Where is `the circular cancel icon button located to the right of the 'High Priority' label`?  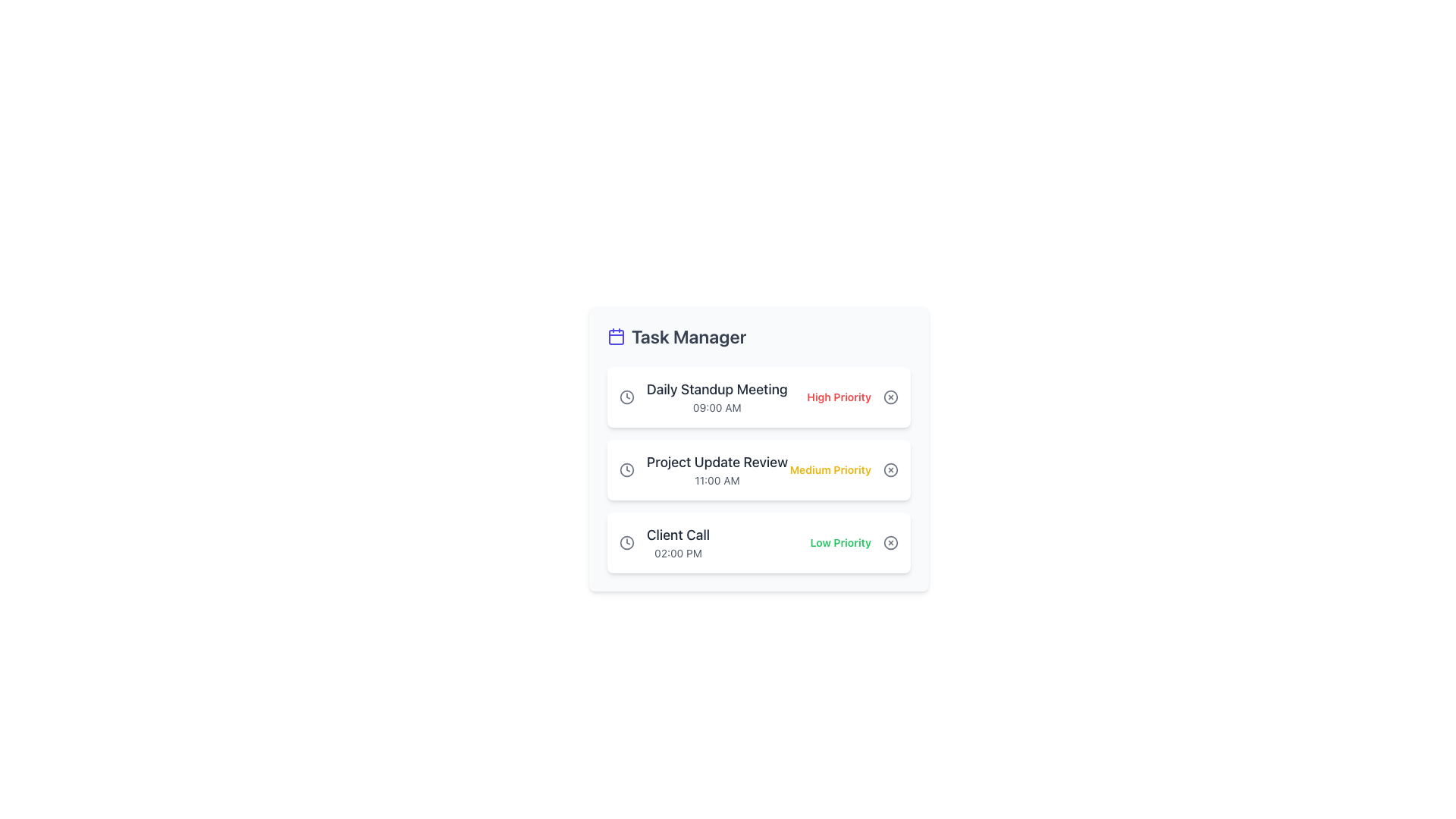
the circular cancel icon button located to the right of the 'High Priority' label is located at coordinates (891, 397).